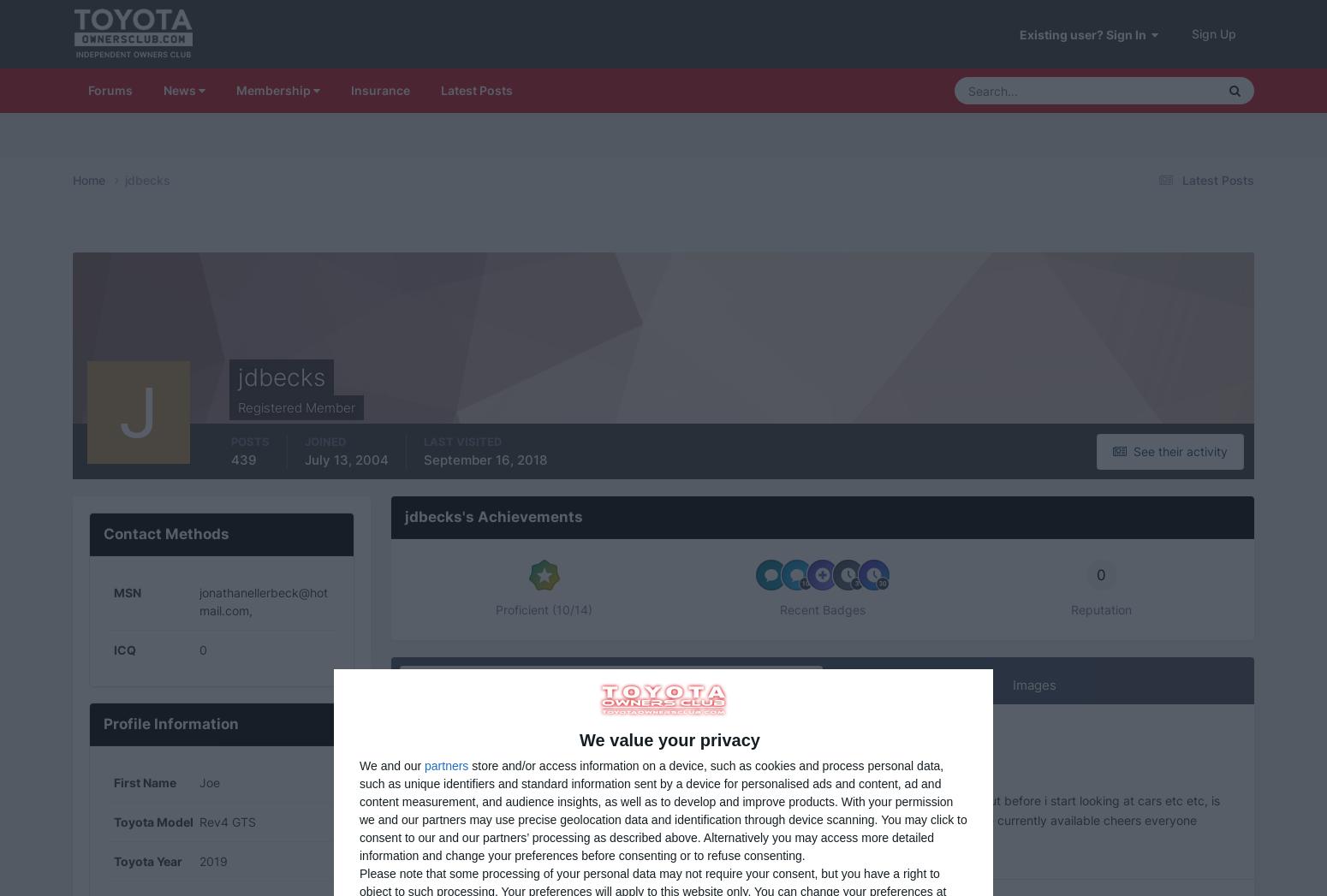 This screenshot has width=1327, height=896. What do you see at coordinates (89, 179) in the screenshot?
I see `'Home'` at bounding box center [89, 179].